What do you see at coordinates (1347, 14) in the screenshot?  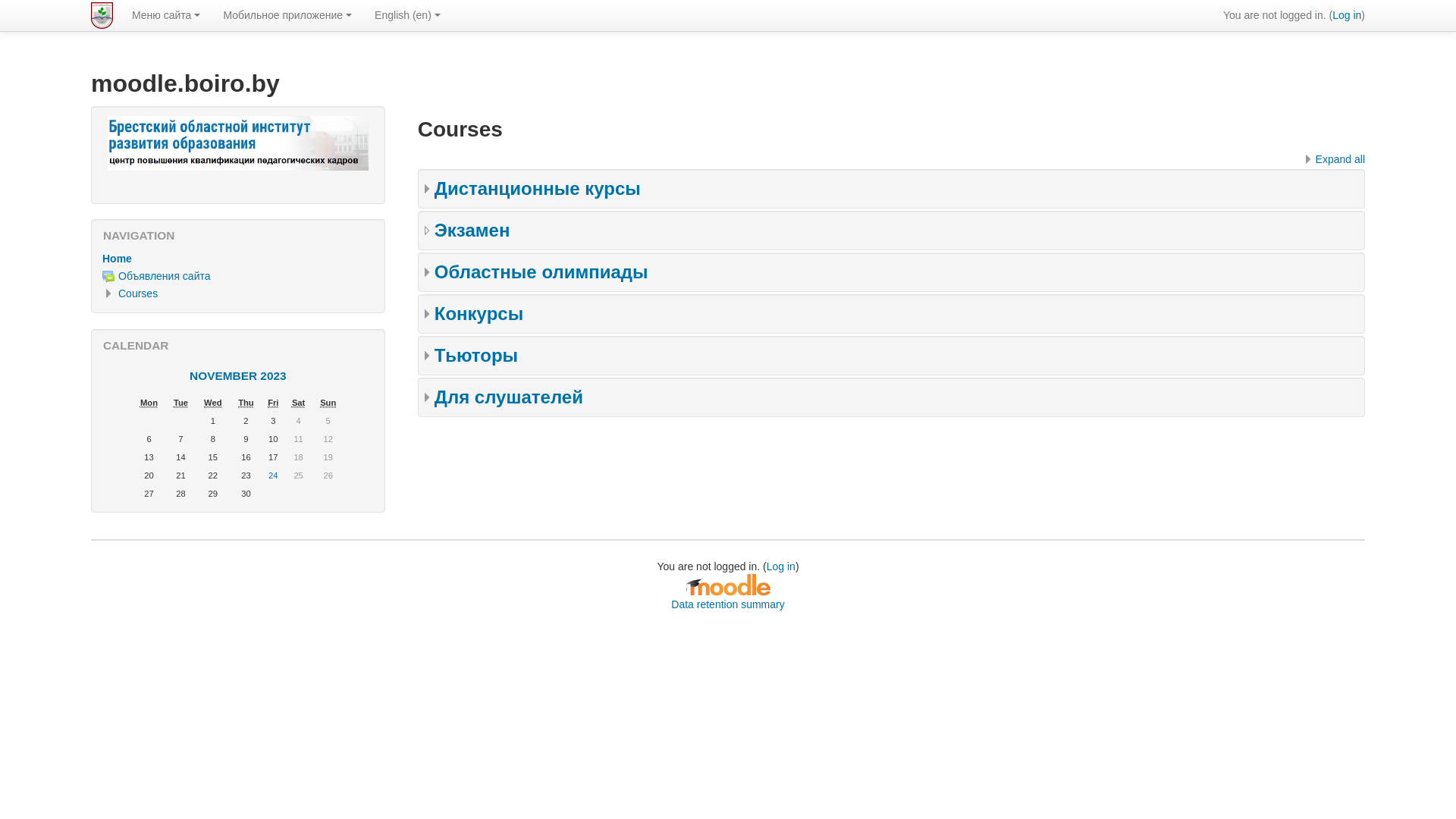 I see `'Log in'` at bounding box center [1347, 14].